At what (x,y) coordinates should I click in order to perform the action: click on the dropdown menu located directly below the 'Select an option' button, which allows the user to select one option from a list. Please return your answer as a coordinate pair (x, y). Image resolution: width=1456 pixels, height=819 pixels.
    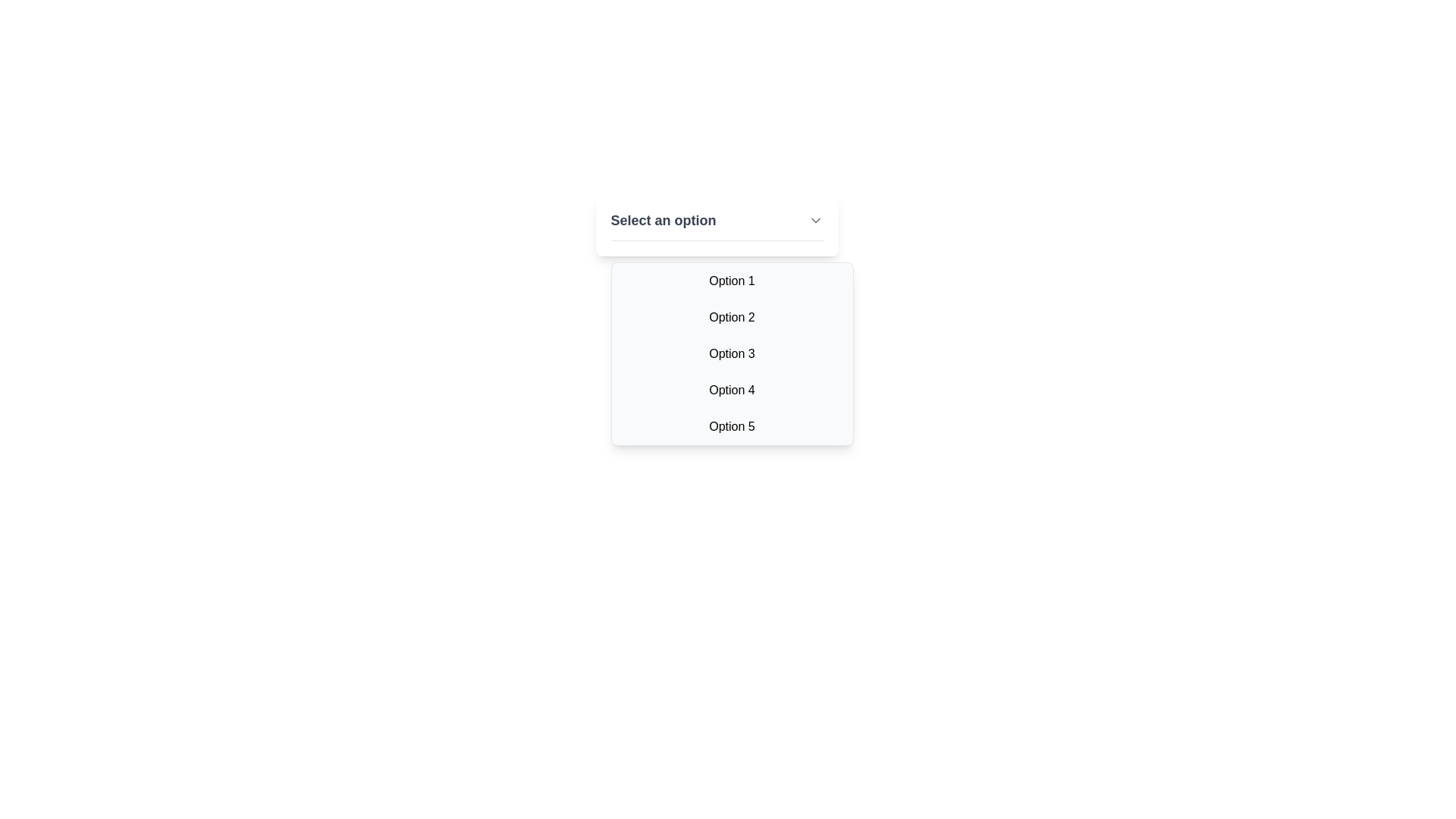
    Looking at the image, I should click on (732, 353).